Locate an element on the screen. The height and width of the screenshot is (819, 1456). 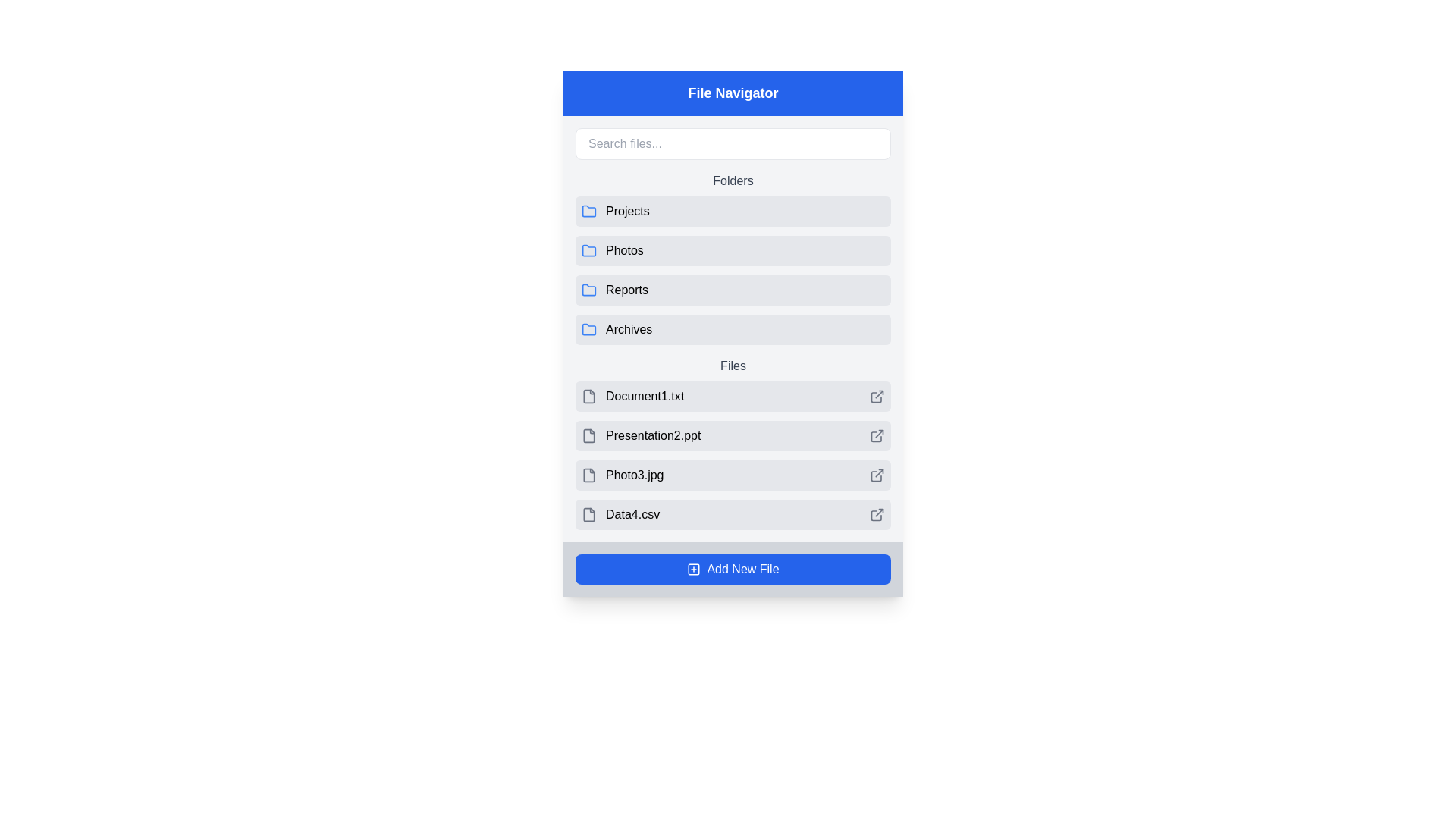
the file document icon located in the 'Files' section, next to the text 'Presentation2.ppt' is located at coordinates (588, 435).